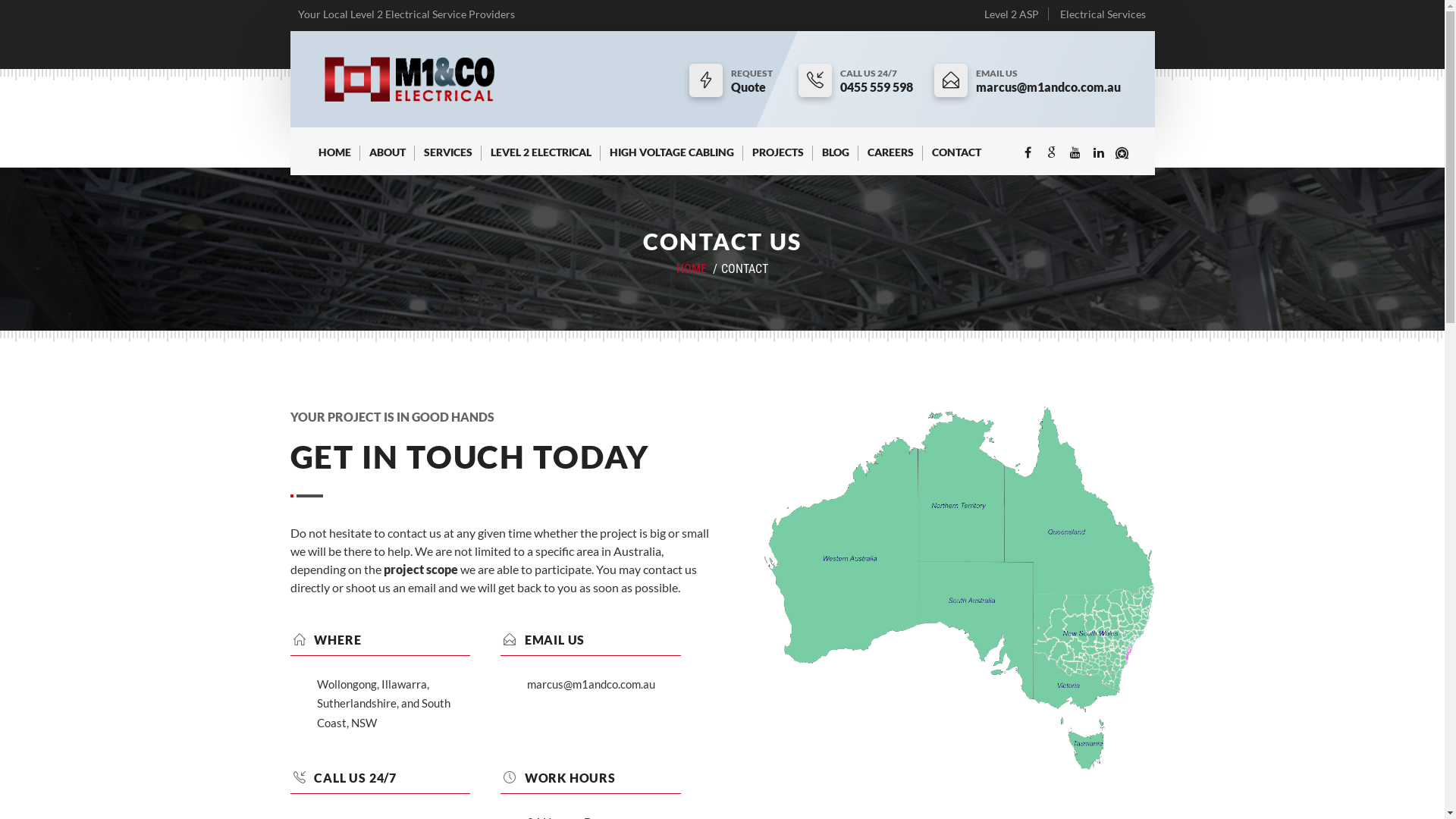  Describe the element at coordinates (877, 87) in the screenshot. I see `'0455 559 598'` at that location.